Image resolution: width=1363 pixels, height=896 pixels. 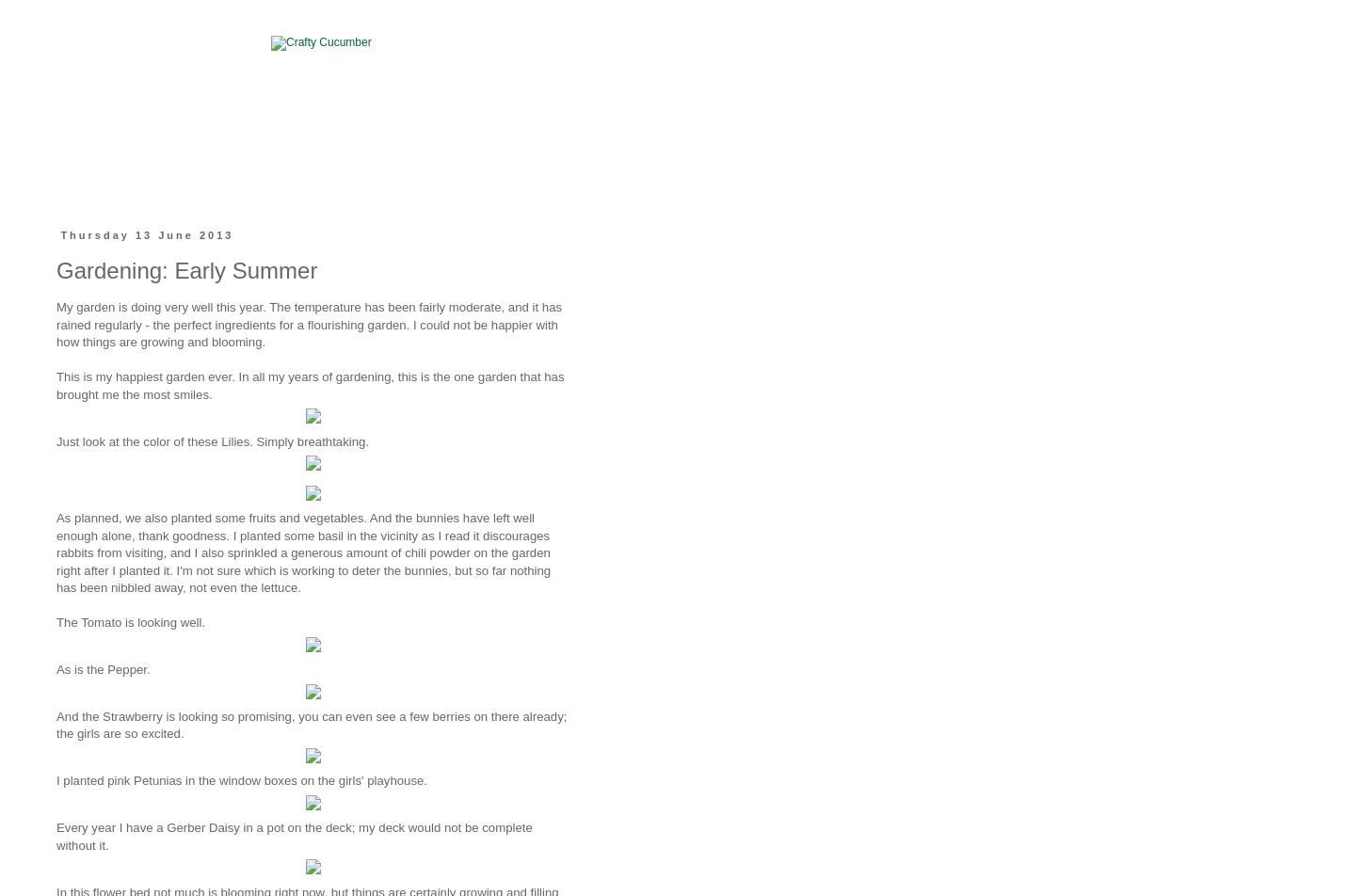 I want to click on 'As planned, we also planted some fruits and vegetables. And the bunnies have left well enough alone, thank goodness. I planted some basil in the vicinity as I read it discourages rabbits from visiting, and I also sprinkled a generous amount of chili powder on the garden right after I planted it. I'm not sure which is working to deter the bunnies, but so far nothing has been nibbled away, not even the lettuce.', so click(x=302, y=552).